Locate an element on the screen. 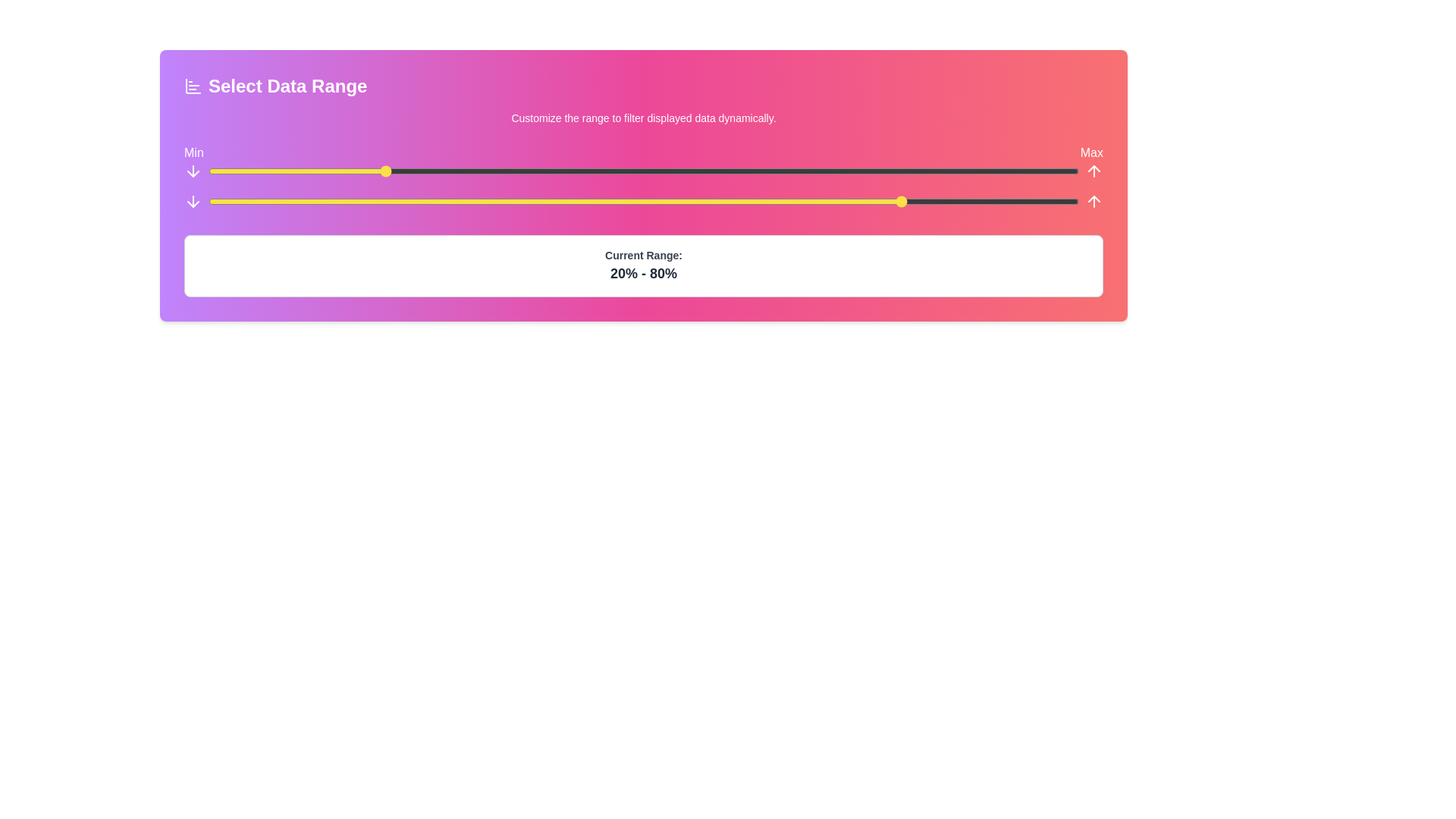  the arrow next to the slider to observe visual feedback is located at coordinates (192, 171).